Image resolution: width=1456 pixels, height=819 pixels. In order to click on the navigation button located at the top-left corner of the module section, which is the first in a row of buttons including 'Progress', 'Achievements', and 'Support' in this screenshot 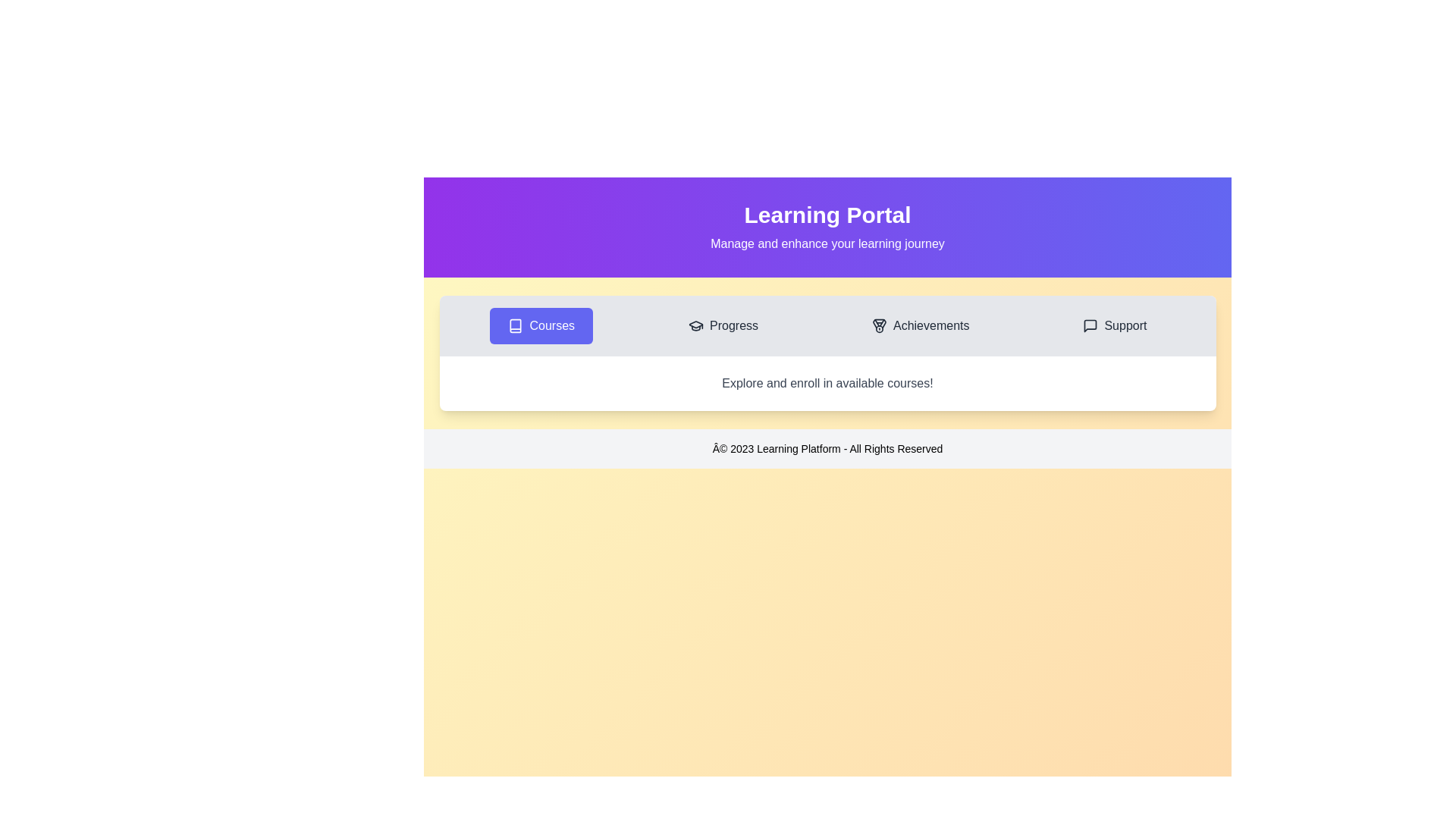, I will do `click(541, 325)`.